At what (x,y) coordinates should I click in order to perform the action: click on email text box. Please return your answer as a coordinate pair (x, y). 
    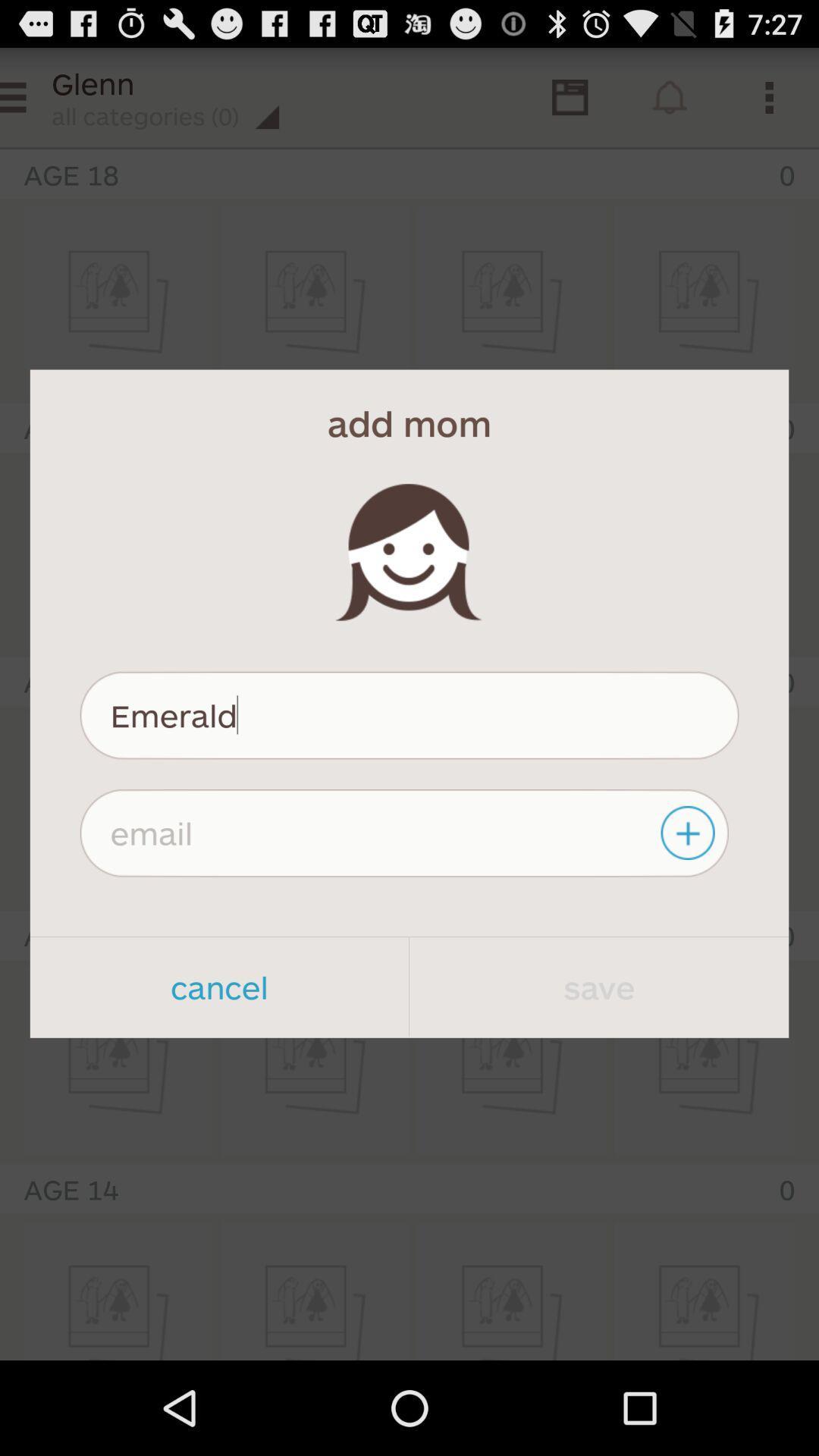
    Looking at the image, I should click on (403, 832).